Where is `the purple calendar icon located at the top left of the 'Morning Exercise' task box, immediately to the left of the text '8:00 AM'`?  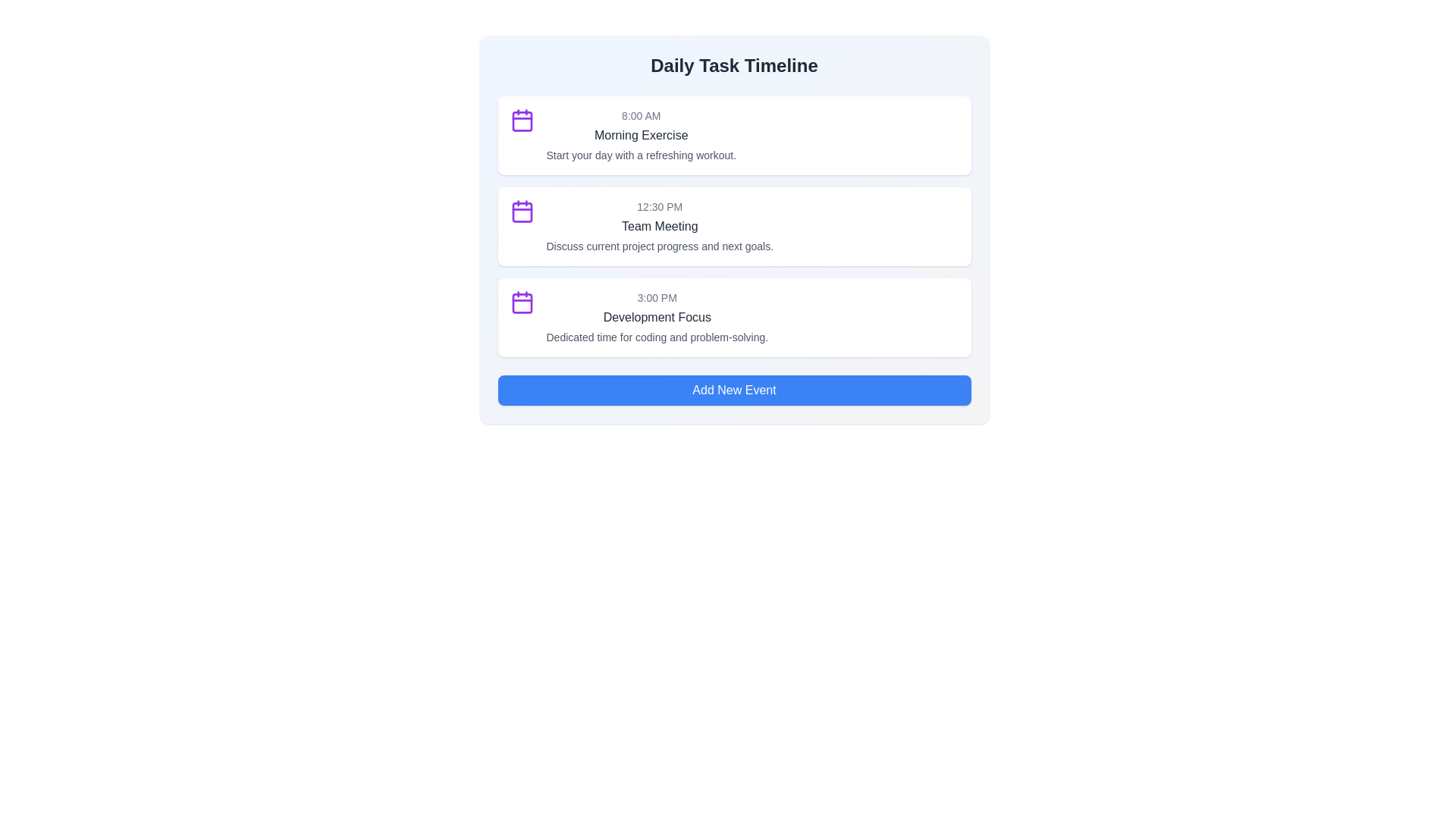
the purple calendar icon located at the top left of the 'Morning Exercise' task box, immediately to the left of the text '8:00 AM' is located at coordinates (522, 119).